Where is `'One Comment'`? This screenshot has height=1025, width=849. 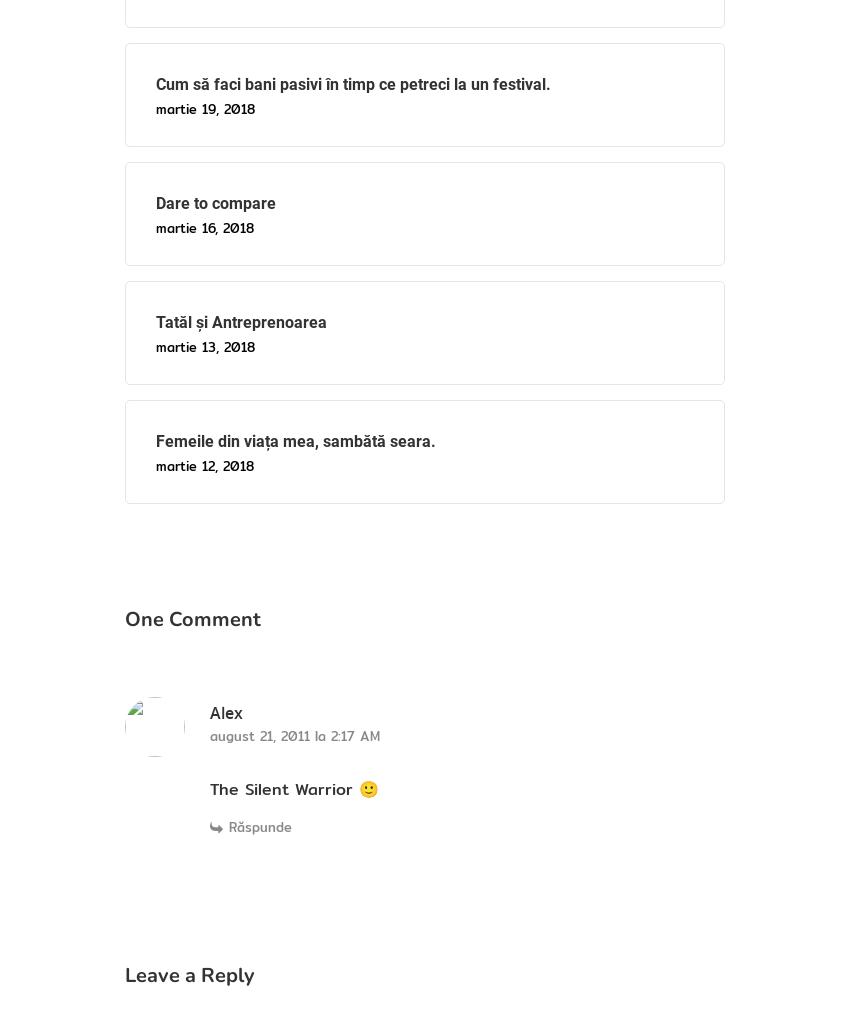 'One Comment' is located at coordinates (123, 617).